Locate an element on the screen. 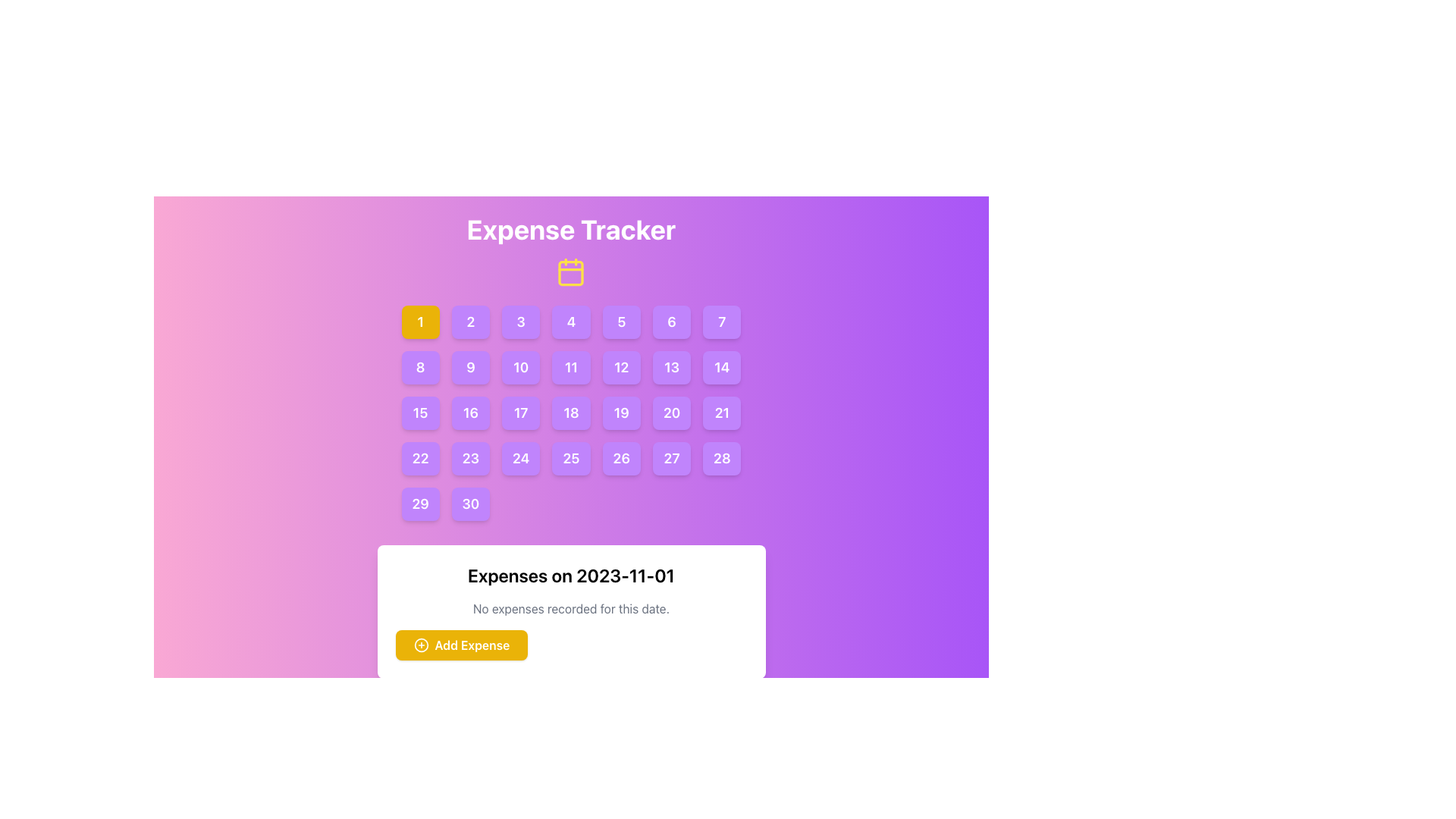 The image size is (1456, 819). the circular button labeled '12' in the calendar interface is located at coordinates (621, 368).